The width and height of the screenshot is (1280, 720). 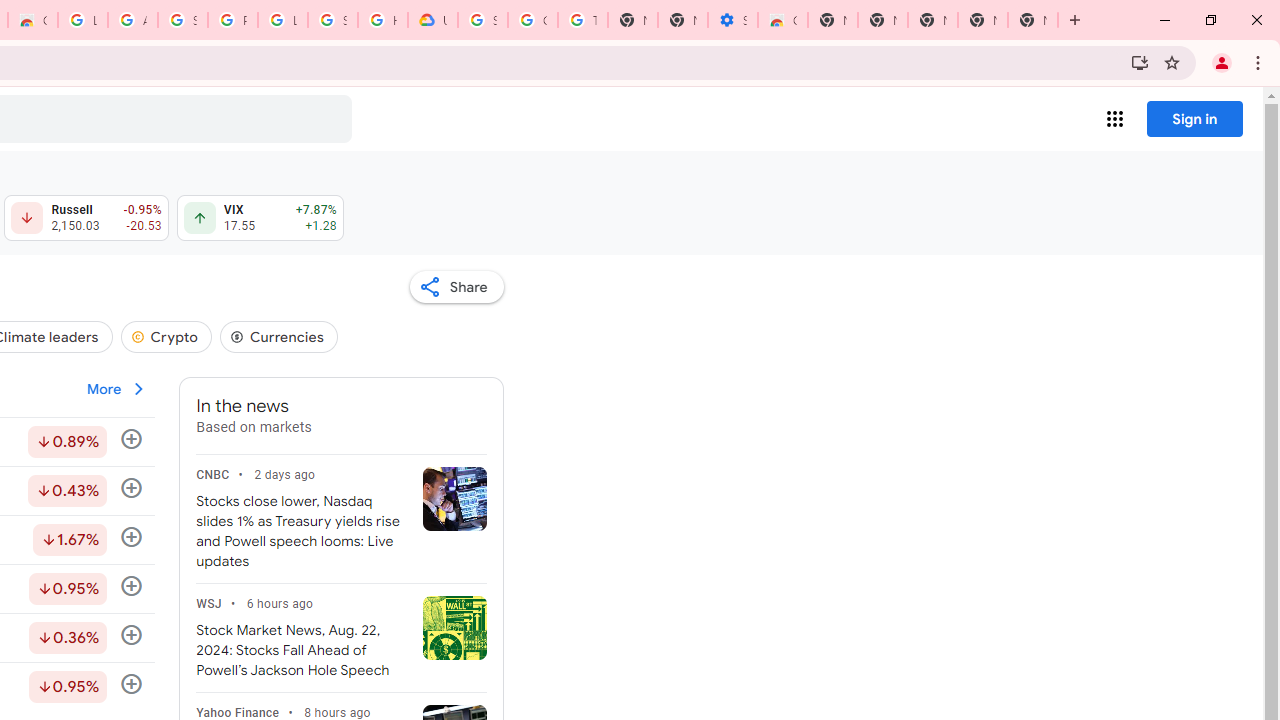 What do you see at coordinates (731, 20) in the screenshot?
I see `'Settings - Accessibility'` at bounding box center [731, 20].